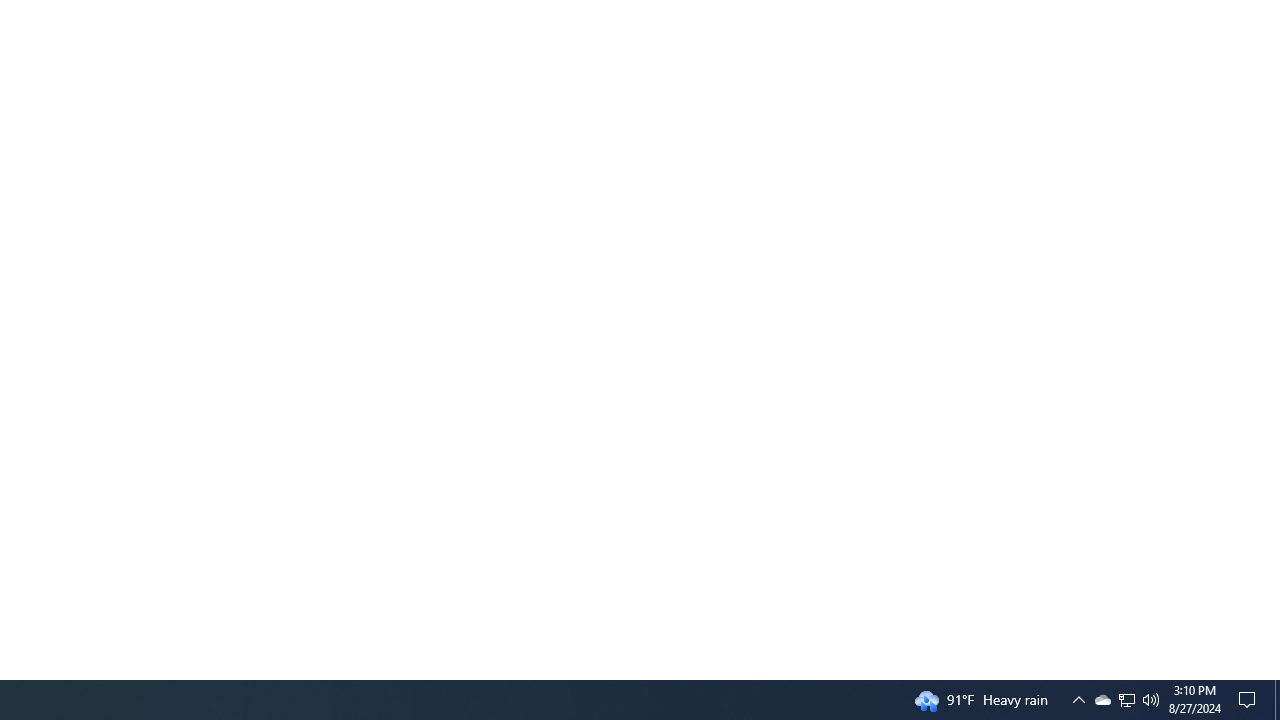 This screenshot has width=1280, height=720. I want to click on 'User Promoted Notification Area', so click(1101, 698).